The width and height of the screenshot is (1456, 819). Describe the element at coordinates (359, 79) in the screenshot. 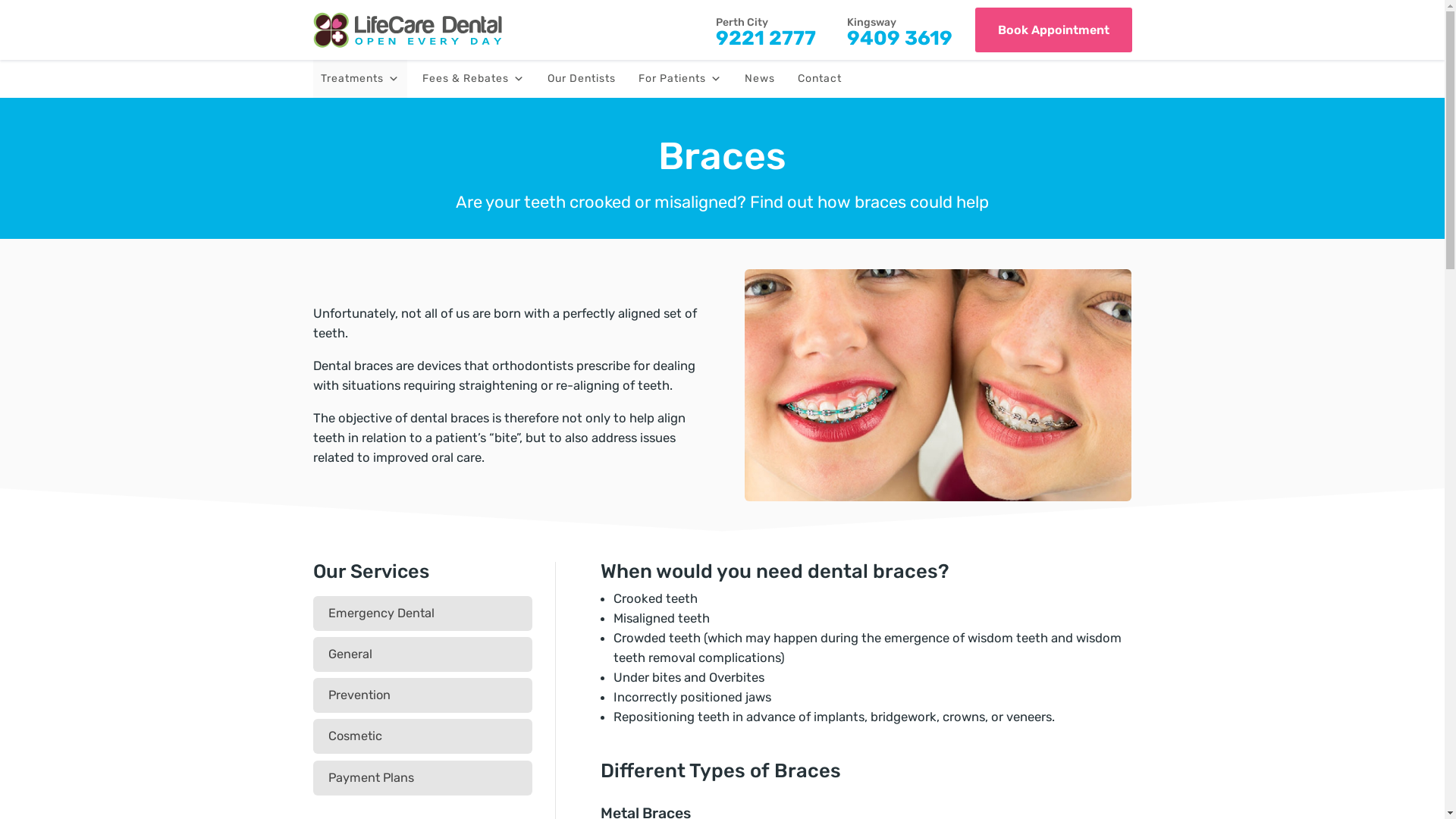

I see `'Treatments'` at that location.